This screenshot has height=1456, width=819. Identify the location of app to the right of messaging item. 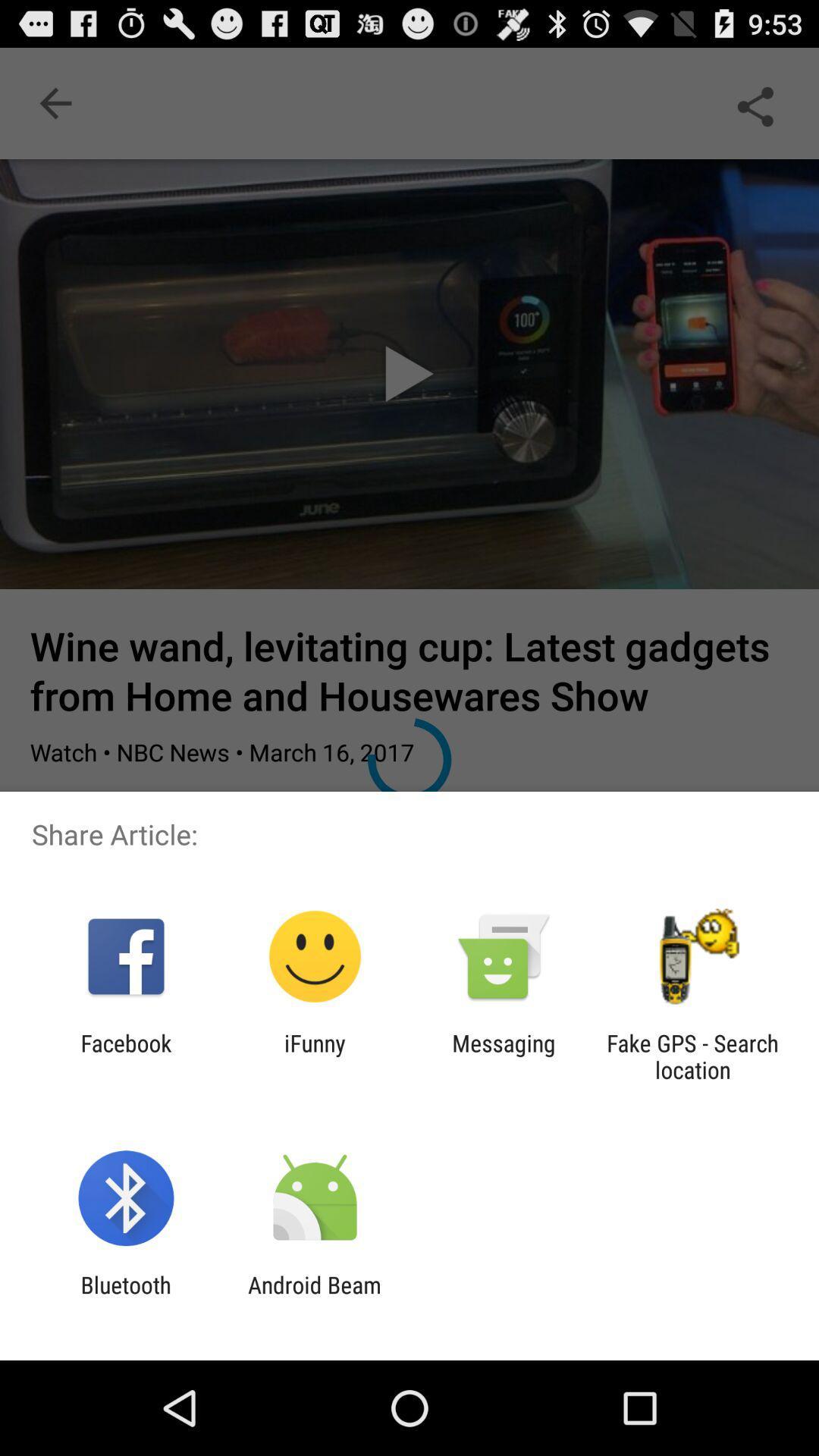
(692, 1056).